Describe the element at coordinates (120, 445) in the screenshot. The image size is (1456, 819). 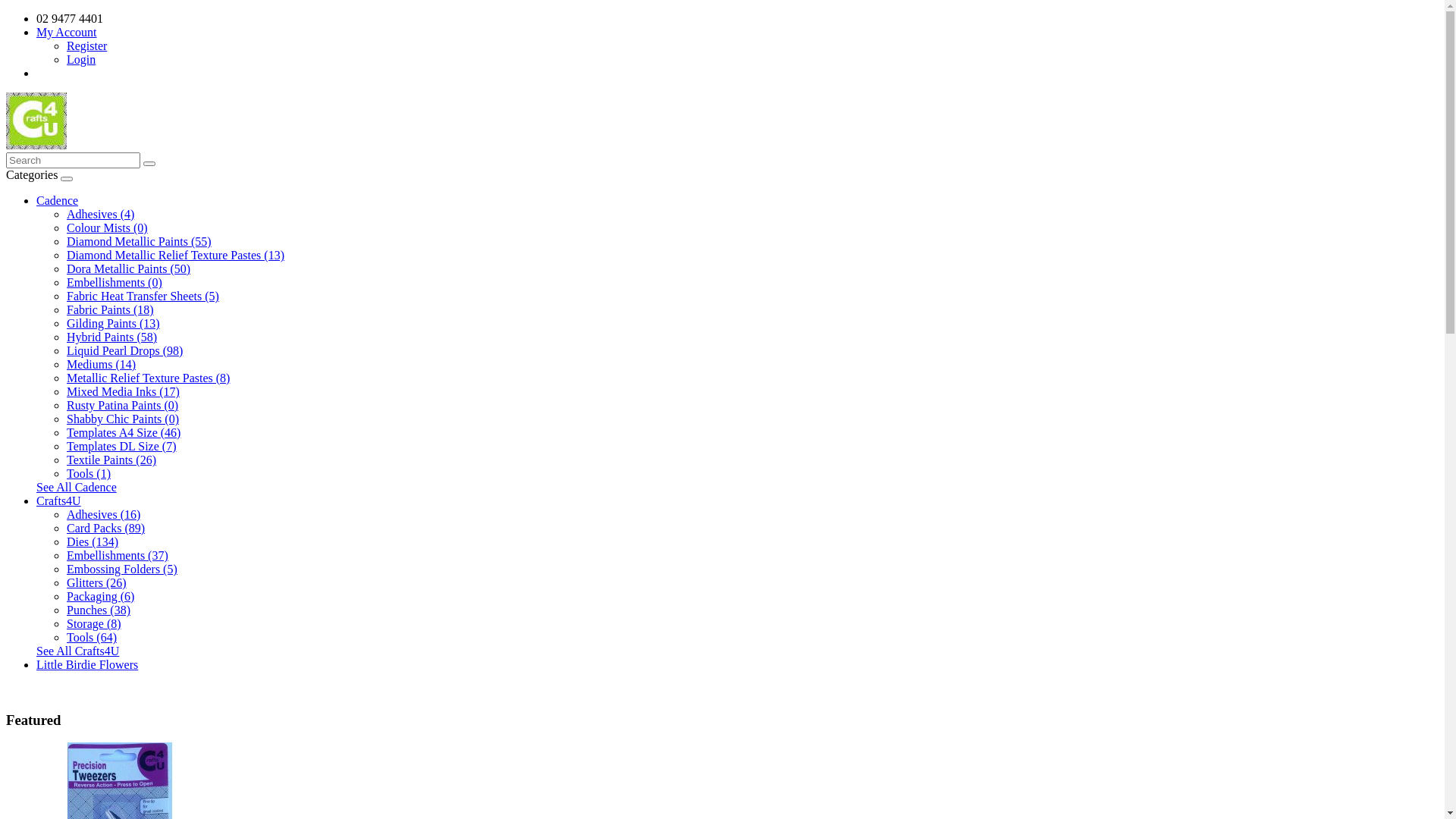
I see `'Templates DL Size (7)'` at that location.